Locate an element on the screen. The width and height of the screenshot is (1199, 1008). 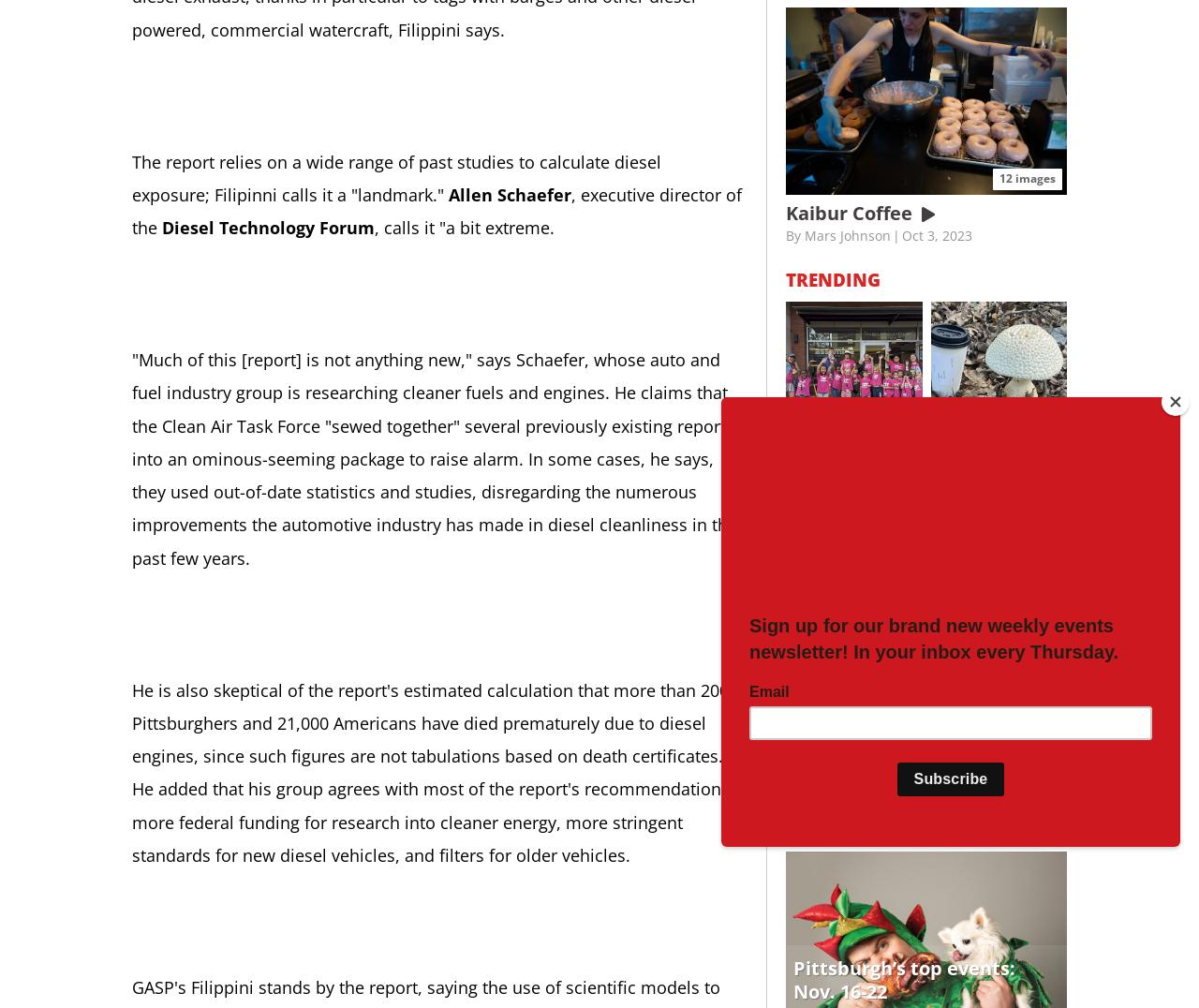
'12 images' is located at coordinates (1026, 176).